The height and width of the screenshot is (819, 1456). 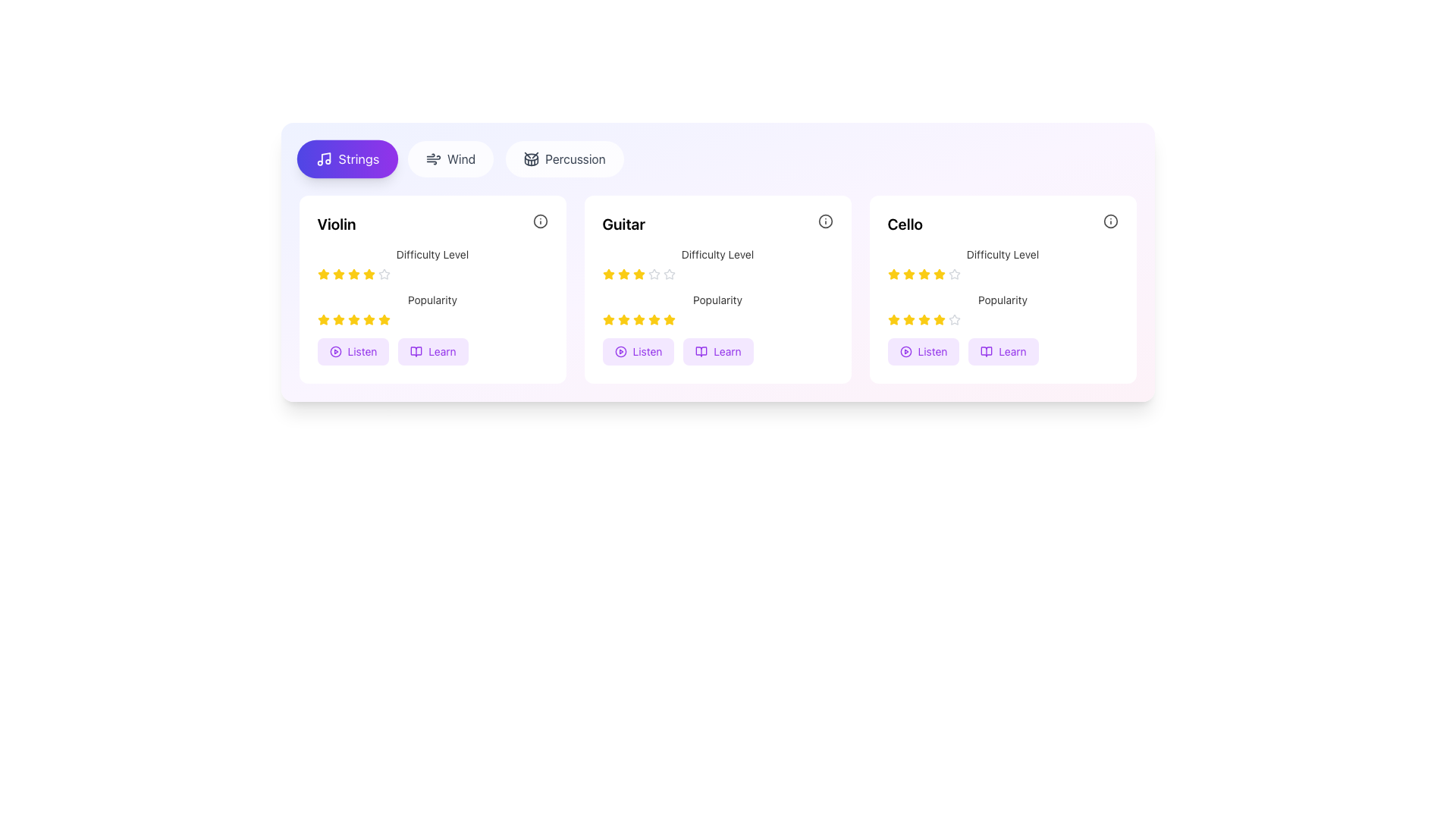 What do you see at coordinates (701, 351) in the screenshot?
I see `the open book-shaped SVG icon located within the 'Learn' button of the second card labeled 'Guitar'` at bounding box center [701, 351].